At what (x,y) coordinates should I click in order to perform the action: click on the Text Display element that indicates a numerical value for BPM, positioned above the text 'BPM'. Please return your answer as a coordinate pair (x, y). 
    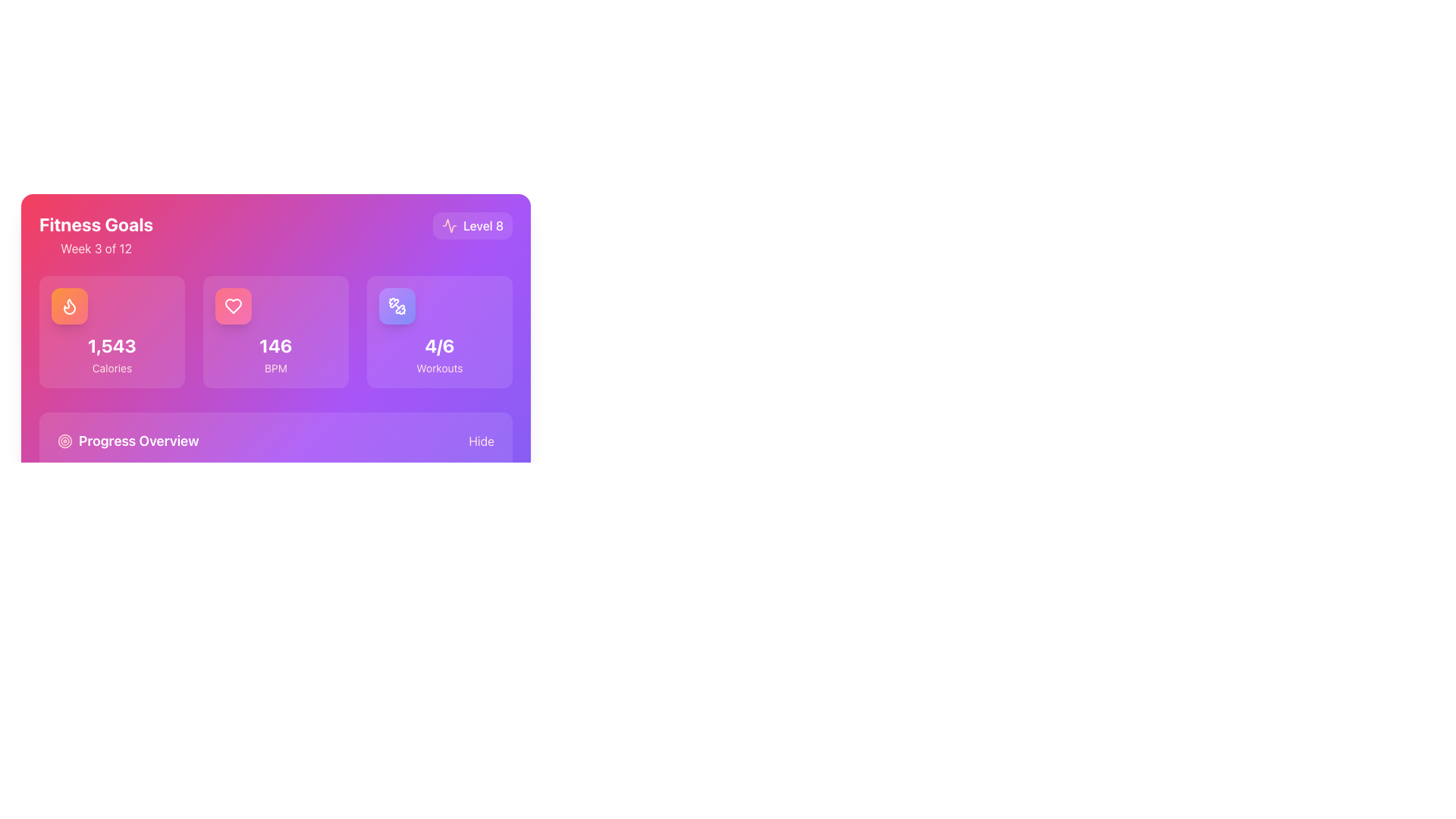
    Looking at the image, I should click on (276, 345).